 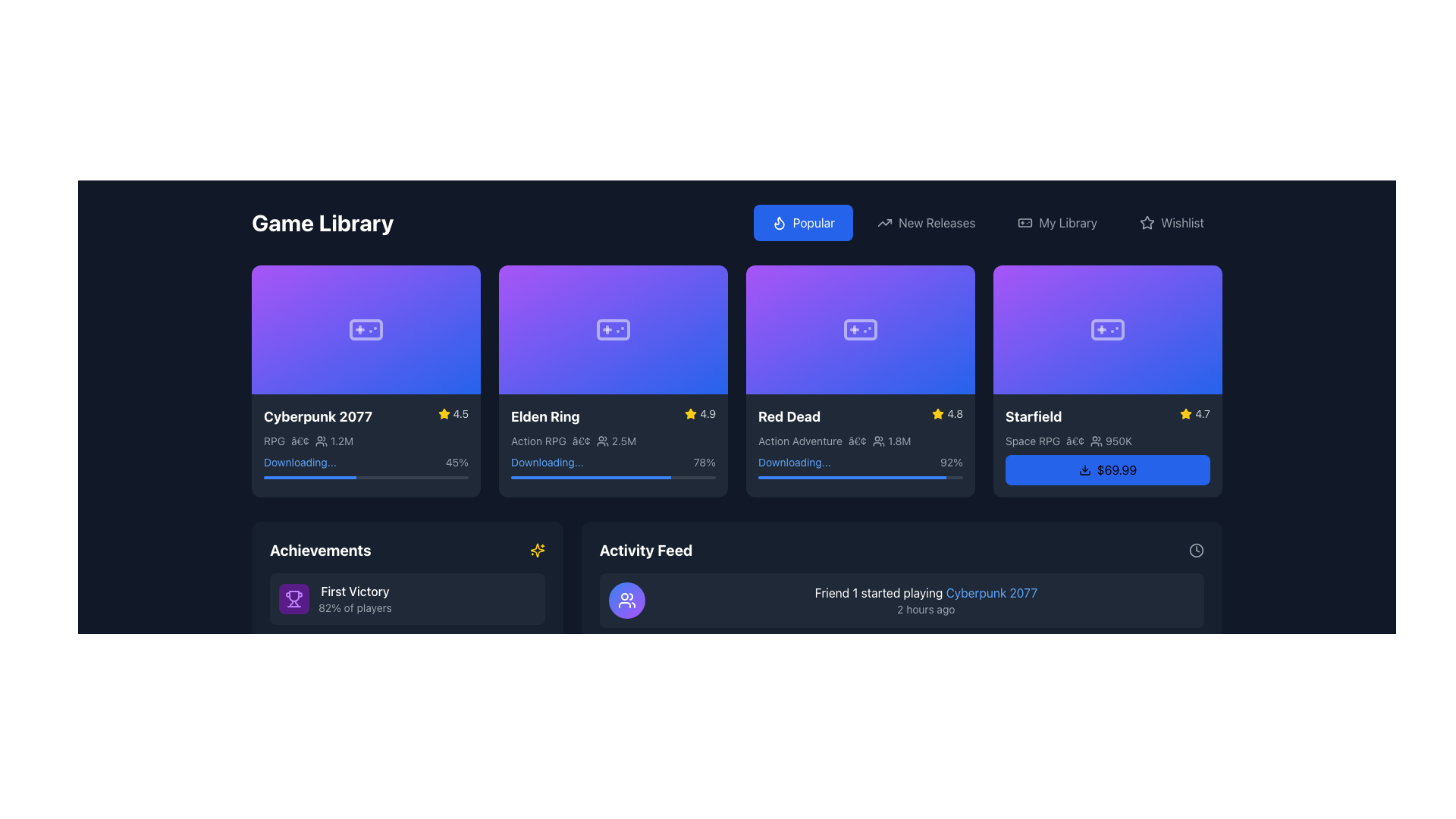 What do you see at coordinates (545, 416) in the screenshot?
I see `the text label displaying 'Elden Ring', which is styled to transition to blue when hovered over, located in the second column of the game library beneath the main game image` at bounding box center [545, 416].